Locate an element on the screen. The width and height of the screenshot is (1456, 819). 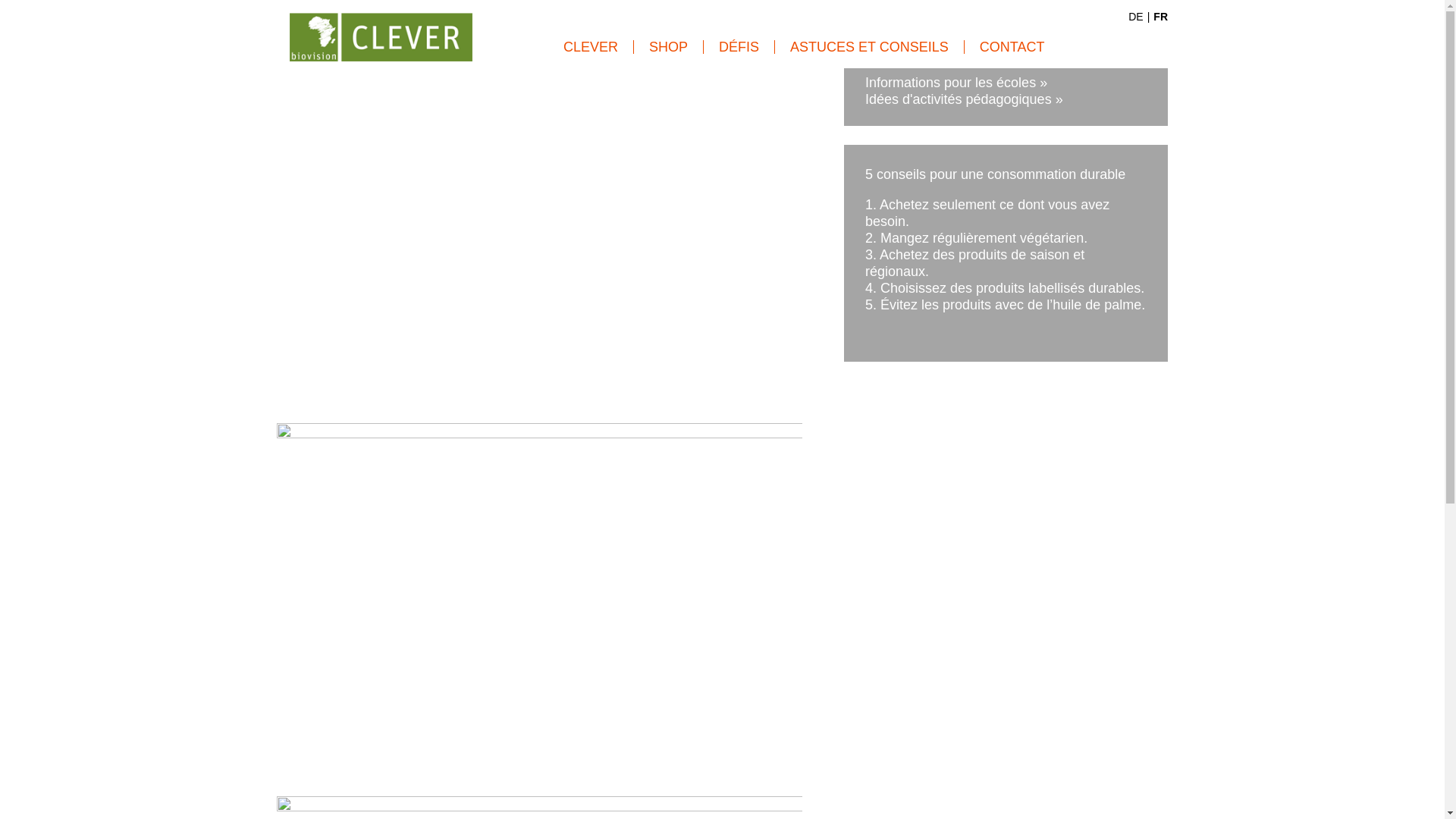
'CLEVER' is located at coordinates (590, 45).